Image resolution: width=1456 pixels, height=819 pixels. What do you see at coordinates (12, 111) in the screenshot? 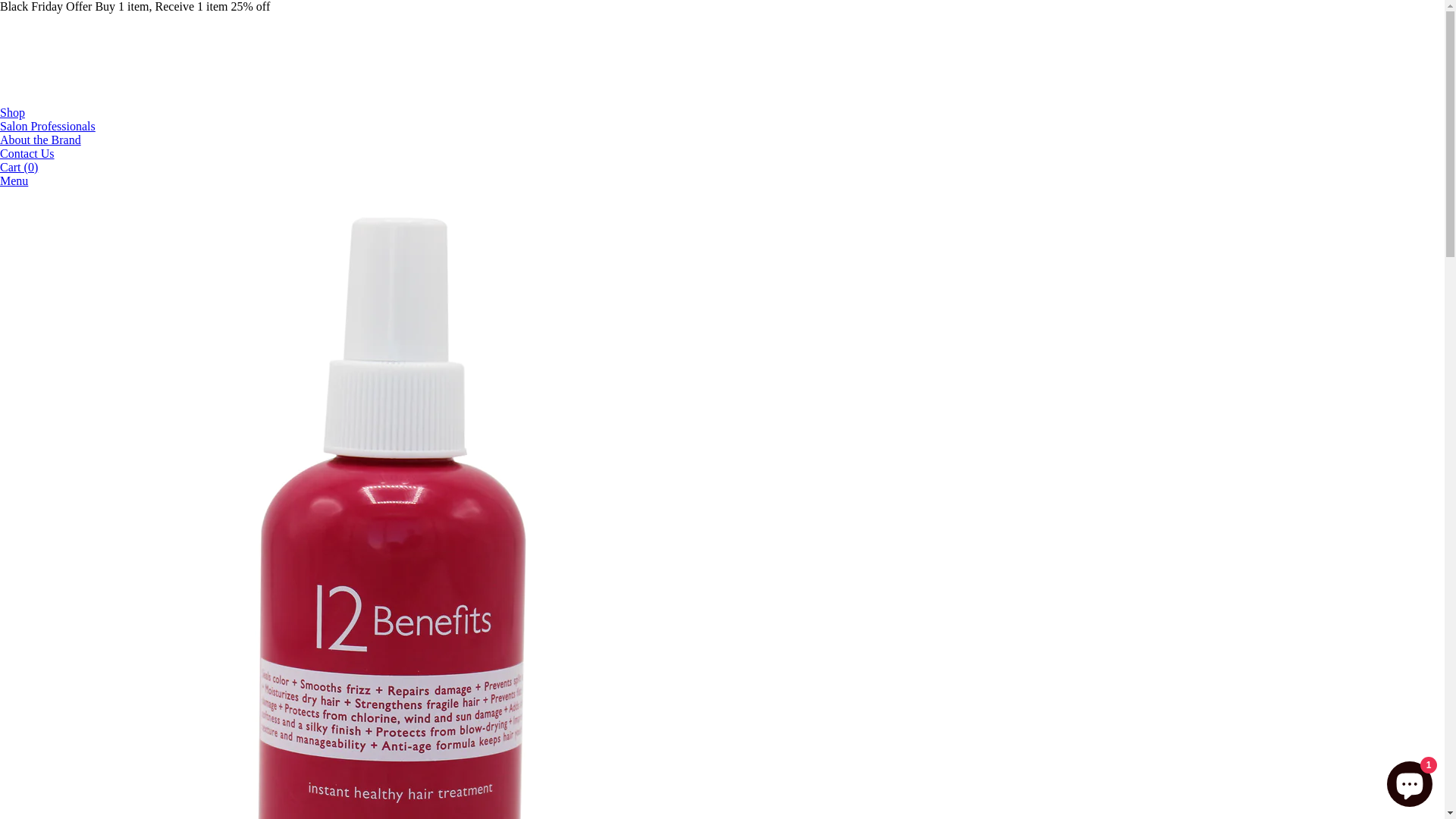
I see `'Shop'` at bounding box center [12, 111].